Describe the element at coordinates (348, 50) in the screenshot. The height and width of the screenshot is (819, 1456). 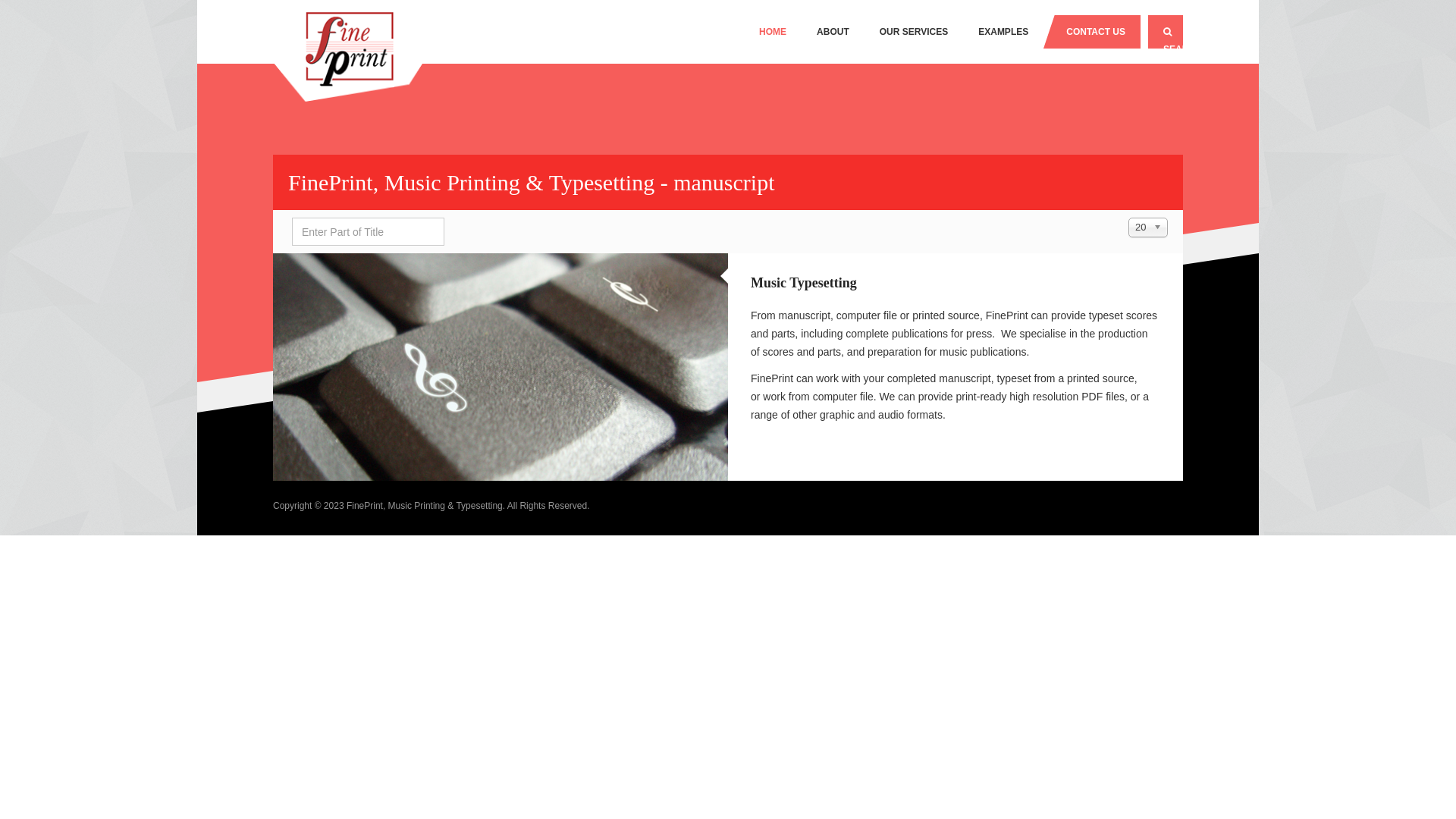
I see `'FinePrint, Music Printing & Typesetting'` at that location.